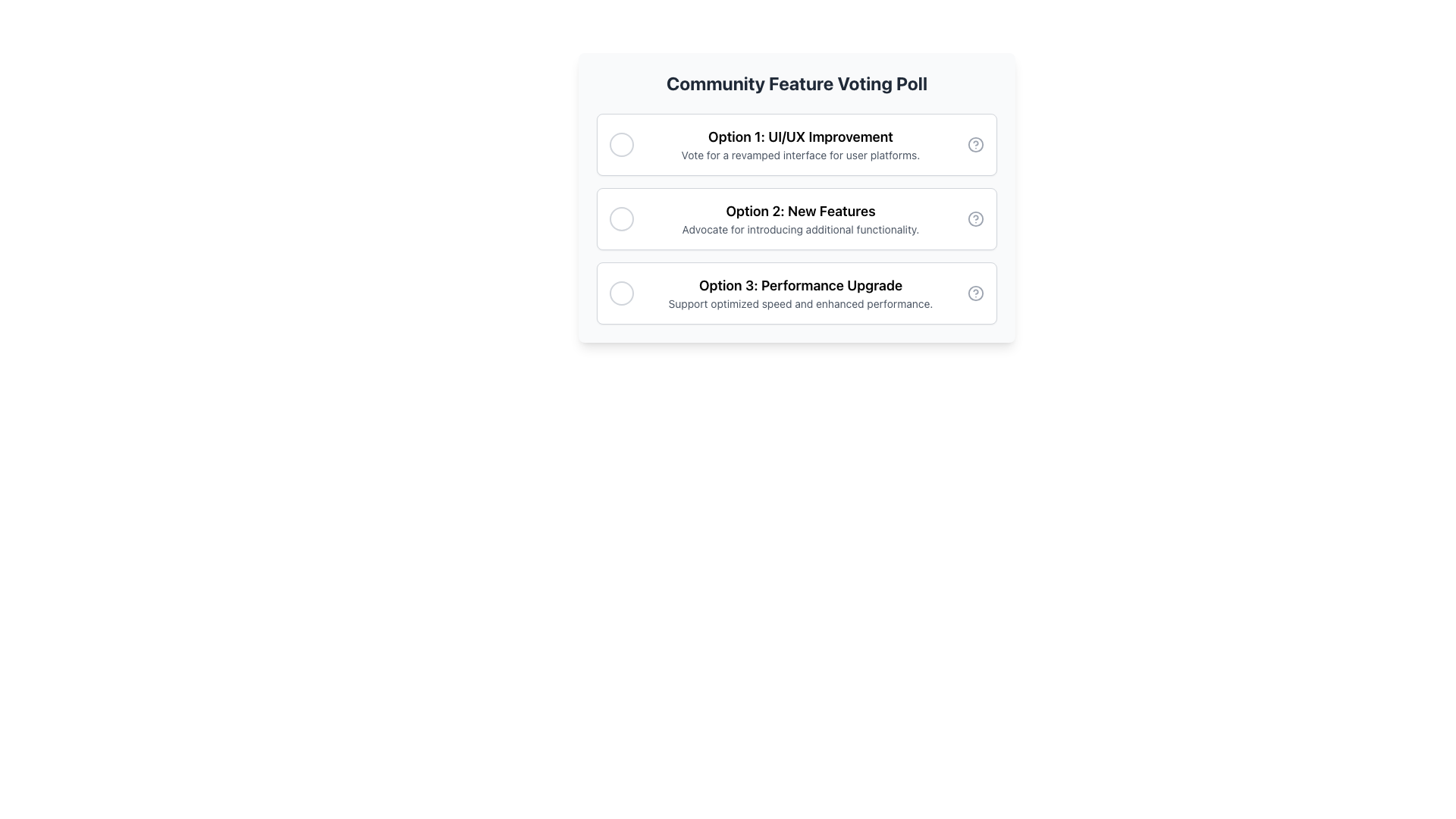 The width and height of the screenshot is (1456, 819). I want to click on the Informational text block that describes the 'Performance Upgrade' option in the Community Feature Voting Poll, located below 'Option 2: New Features', so click(800, 293).